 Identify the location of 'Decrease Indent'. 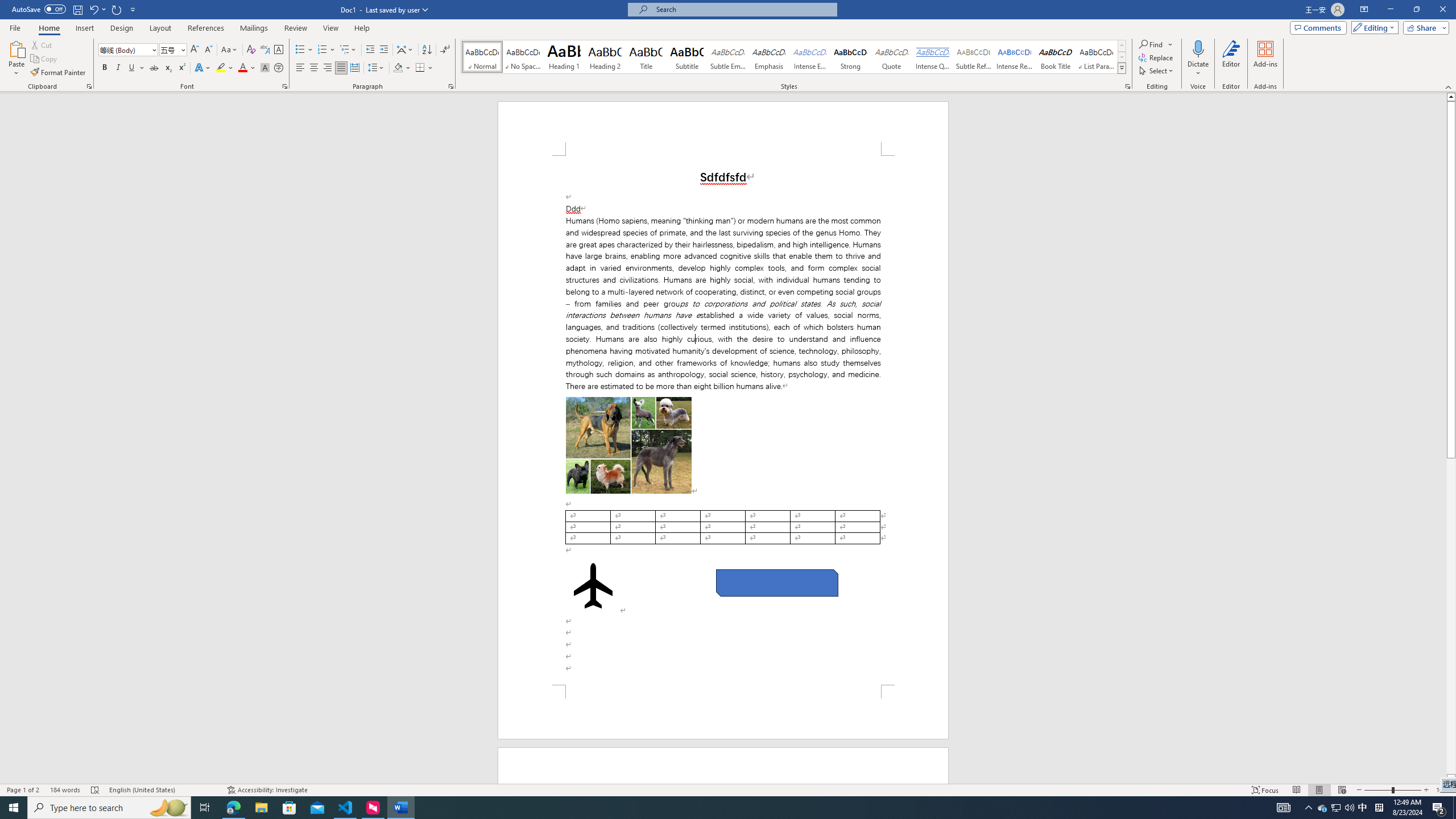
(370, 49).